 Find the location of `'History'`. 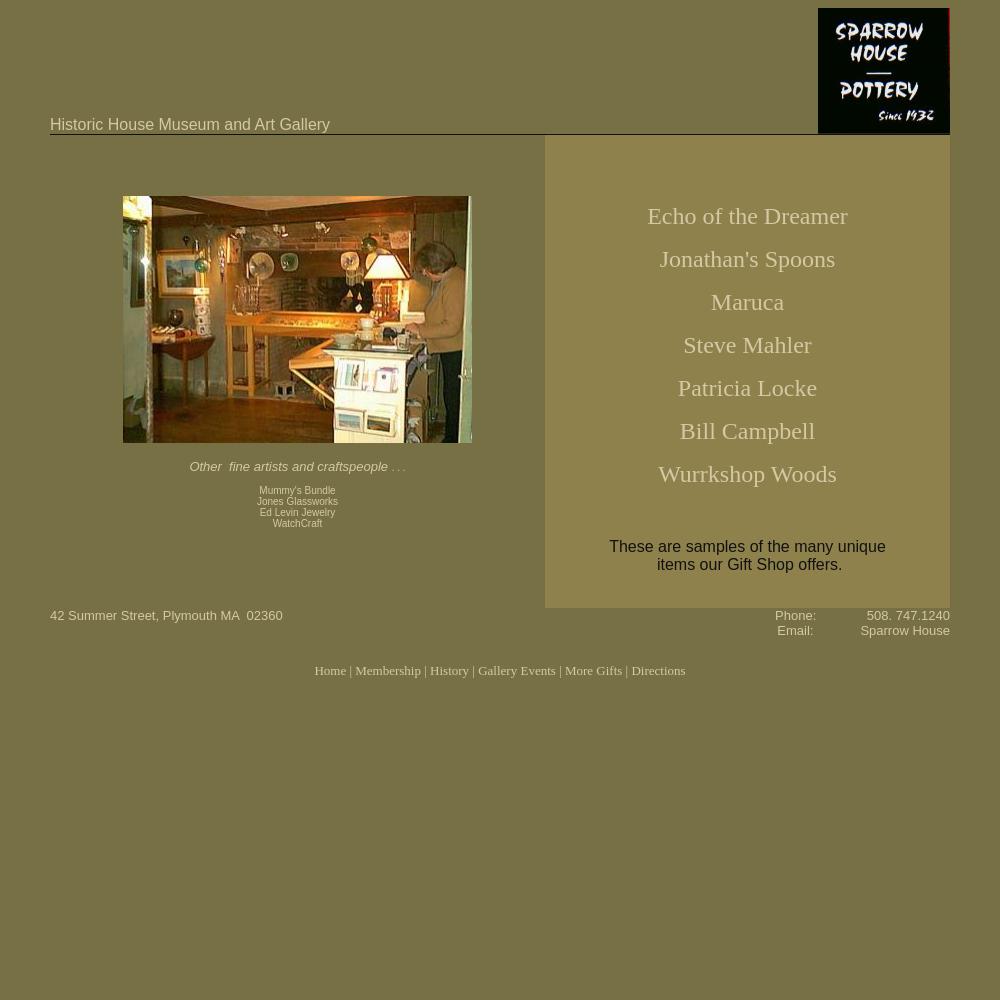

'History' is located at coordinates (430, 670).